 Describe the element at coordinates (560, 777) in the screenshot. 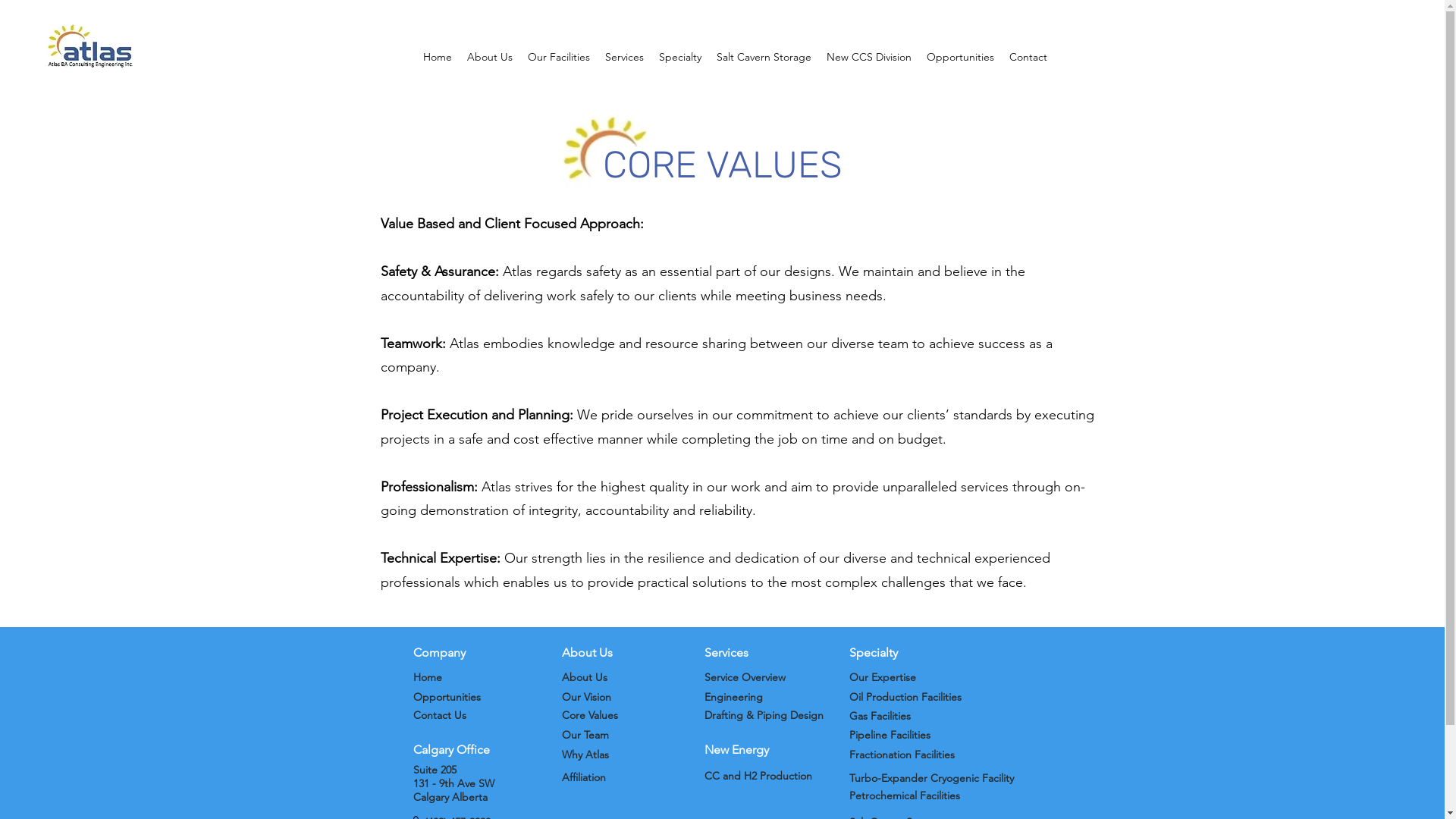

I see `'Affiliation'` at that location.